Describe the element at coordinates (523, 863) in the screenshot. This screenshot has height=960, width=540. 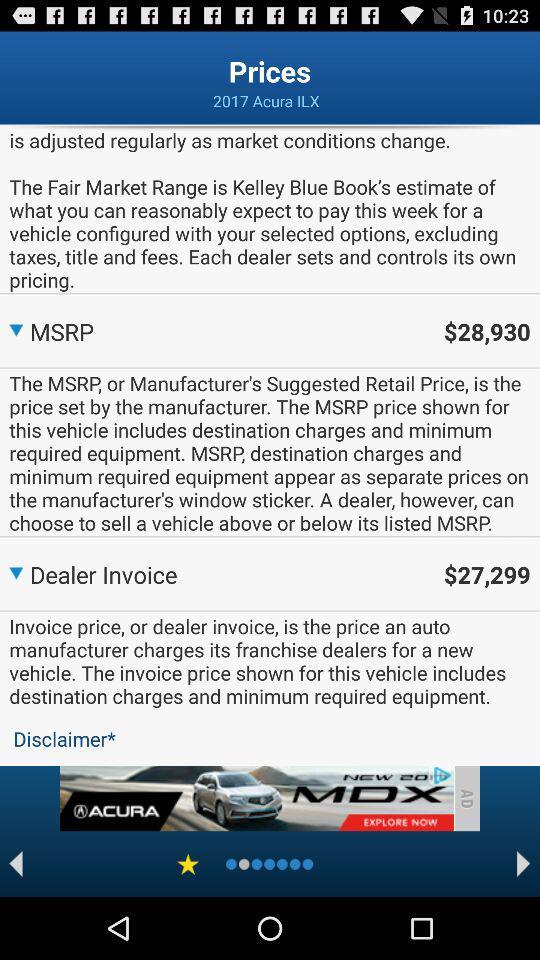
I see `next button` at that location.